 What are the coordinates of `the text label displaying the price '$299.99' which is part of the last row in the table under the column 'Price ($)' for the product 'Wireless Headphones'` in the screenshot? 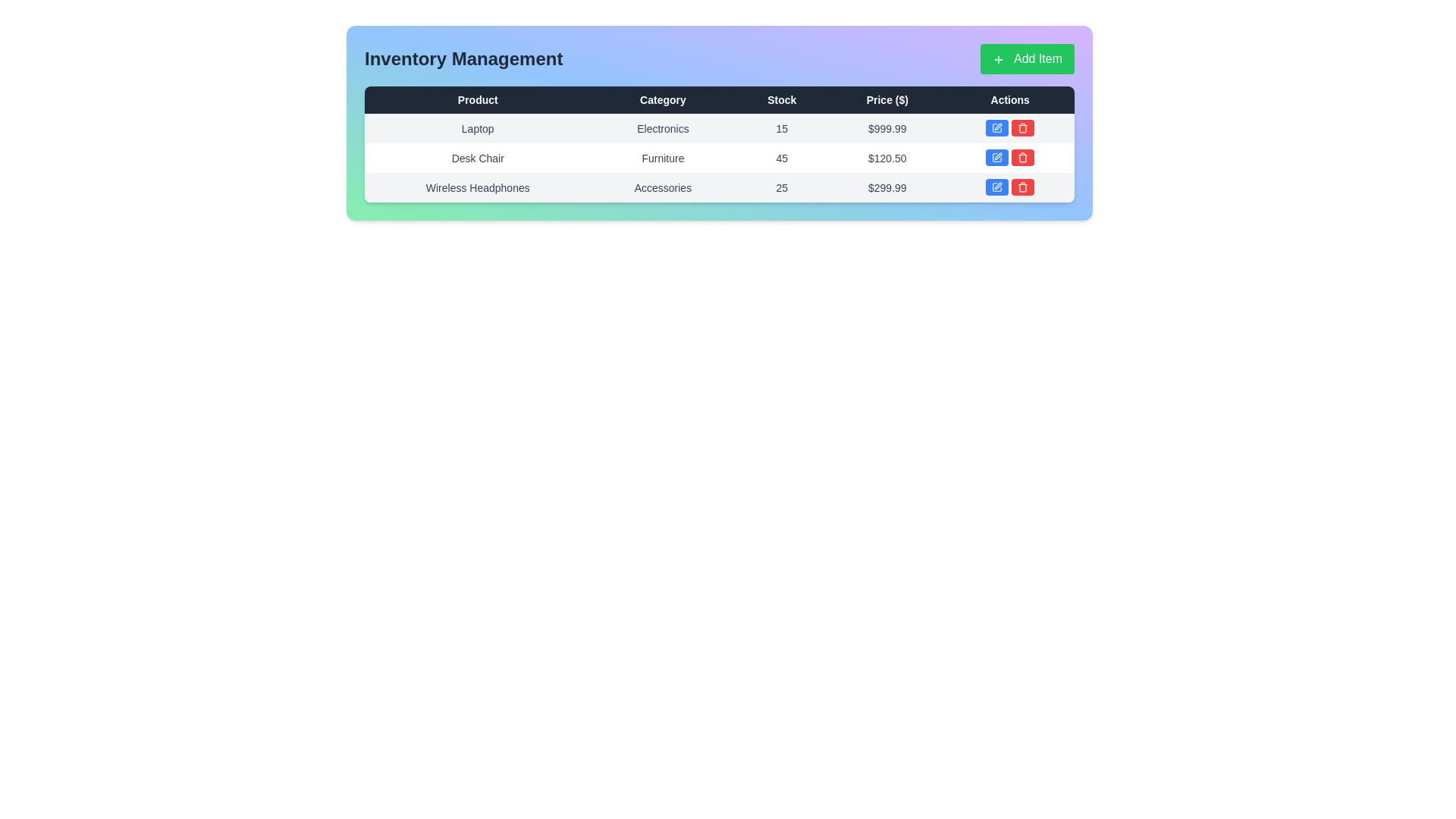 It's located at (887, 187).